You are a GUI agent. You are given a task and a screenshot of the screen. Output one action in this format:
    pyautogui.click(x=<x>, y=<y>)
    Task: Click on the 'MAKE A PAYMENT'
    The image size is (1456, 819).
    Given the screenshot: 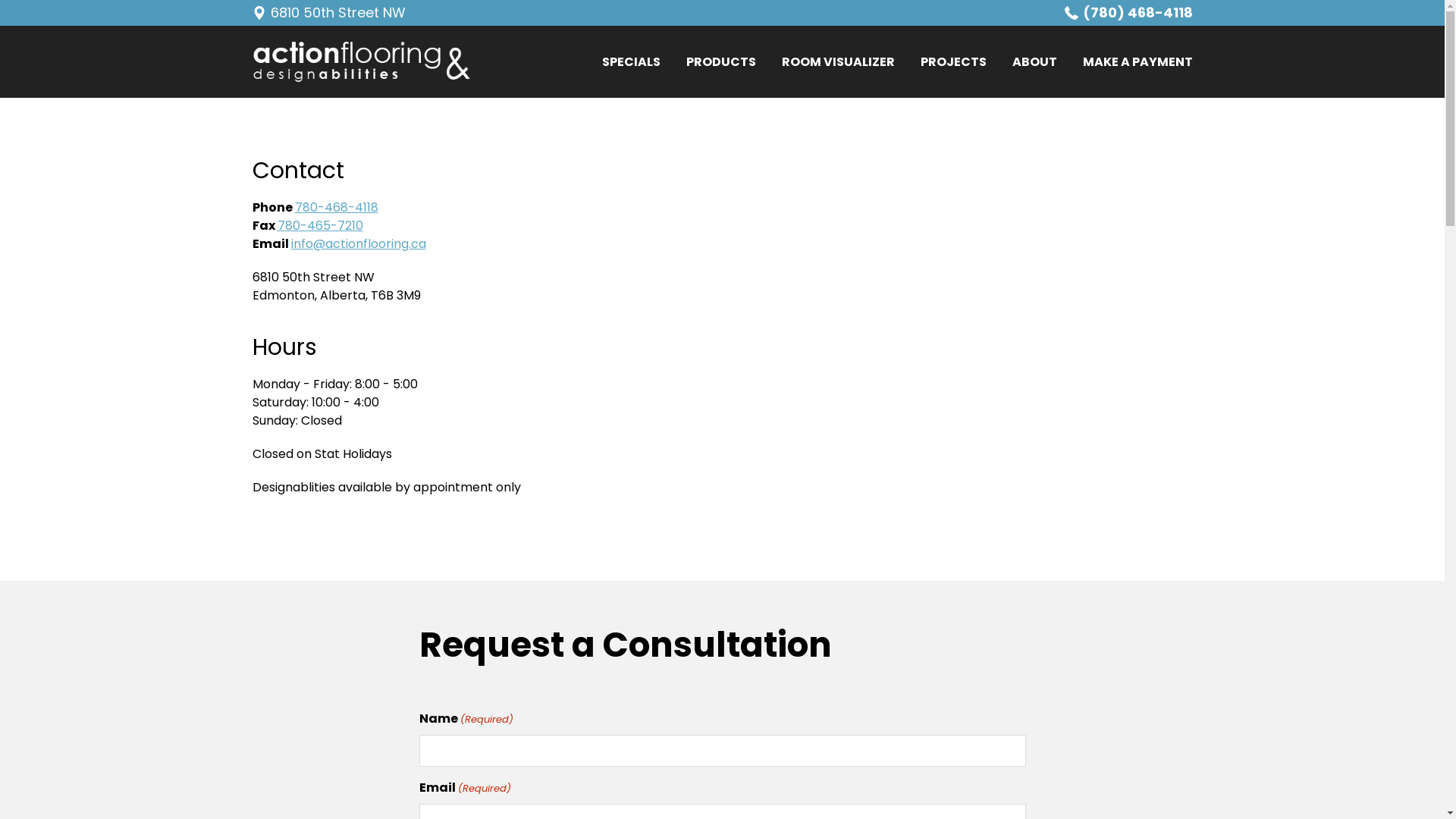 What is the action you would take?
    pyautogui.click(x=1137, y=61)
    